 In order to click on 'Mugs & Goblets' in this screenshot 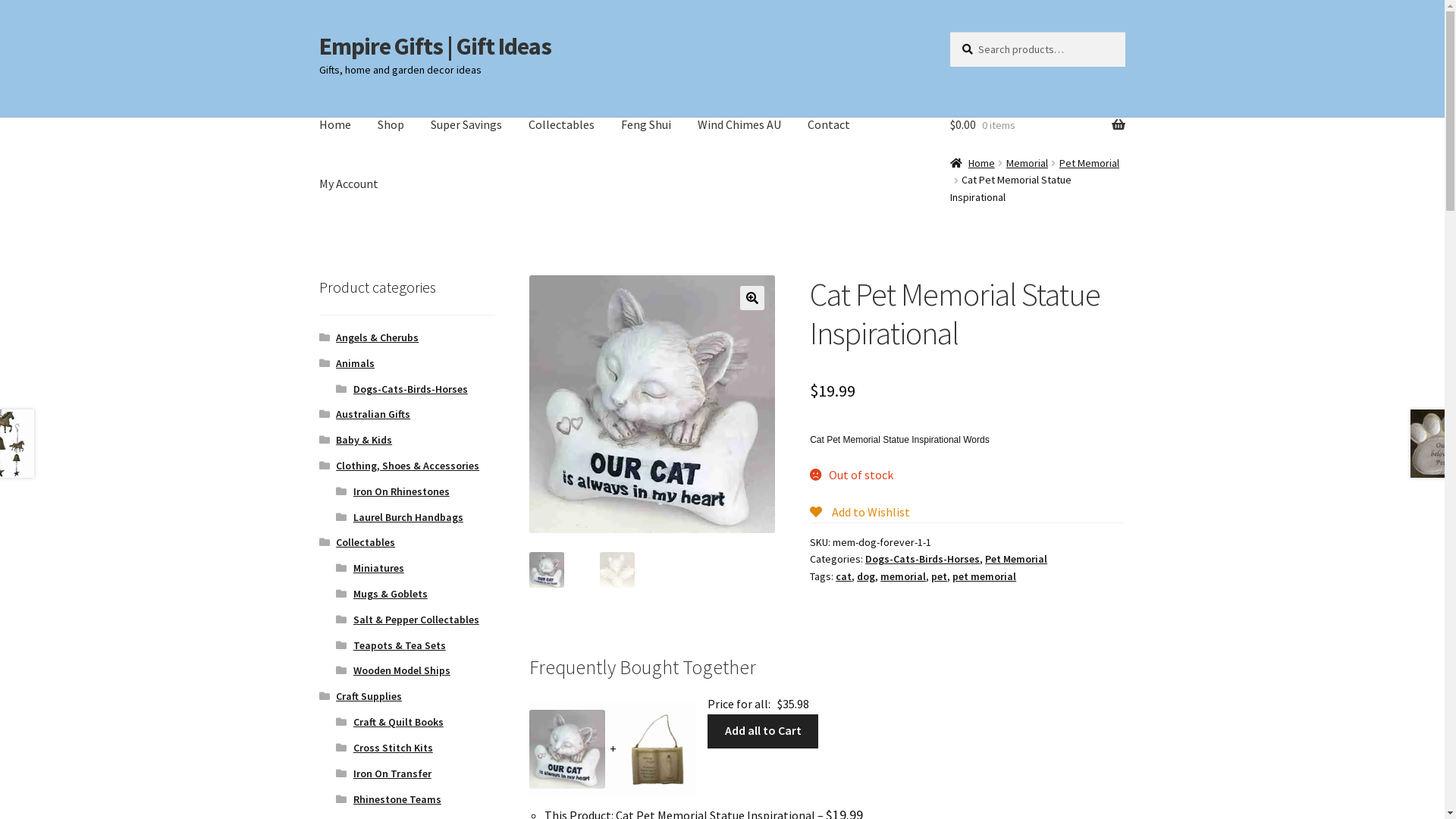, I will do `click(352, 593)`.